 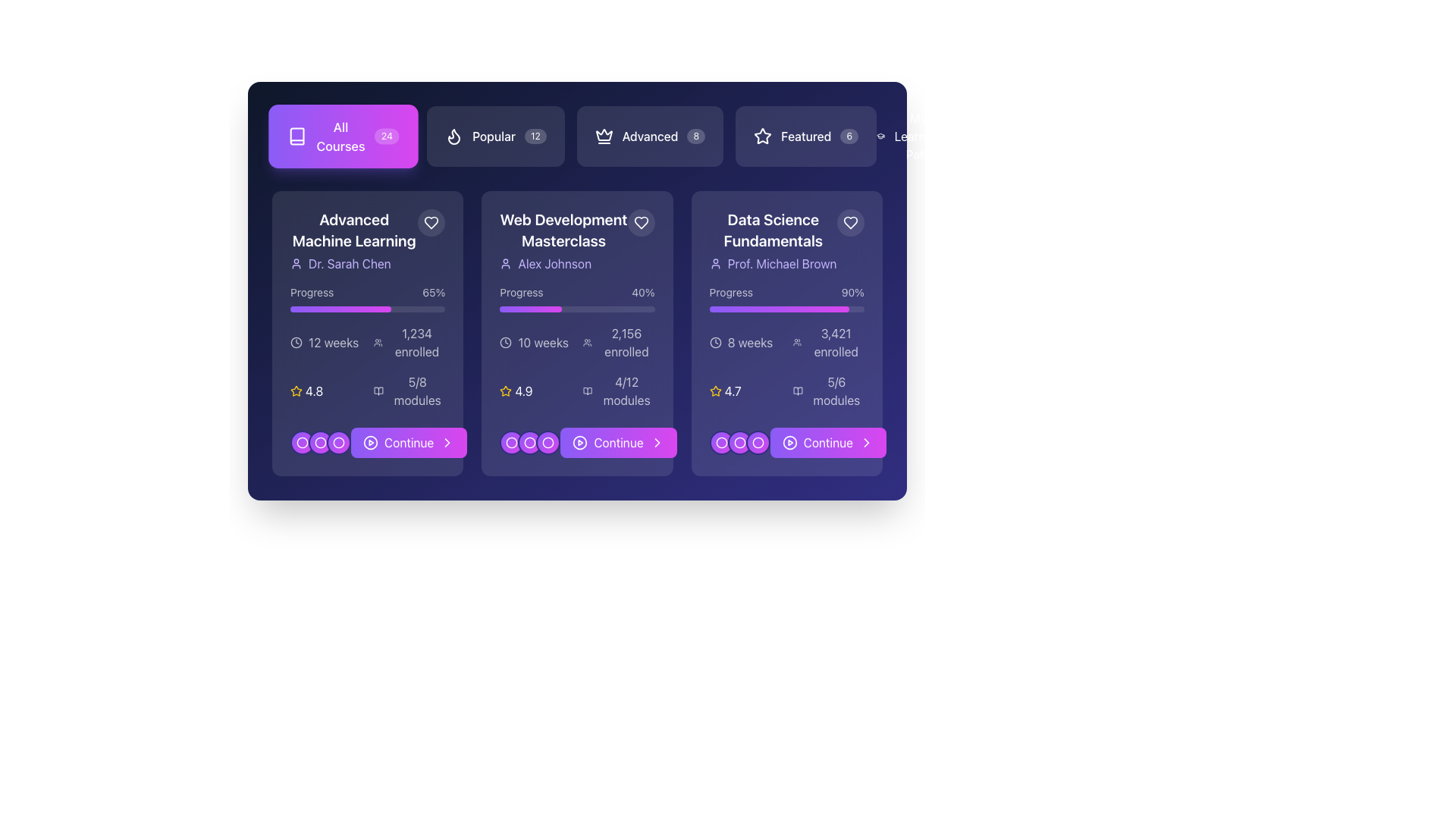 I want to click on the star-shaped icon outlined in white located within the 'Featured' button, which includes the text 'Featured' and a numerical badge '6'. The icon is positioned on the left side of the button, so click(x=763, y=136).